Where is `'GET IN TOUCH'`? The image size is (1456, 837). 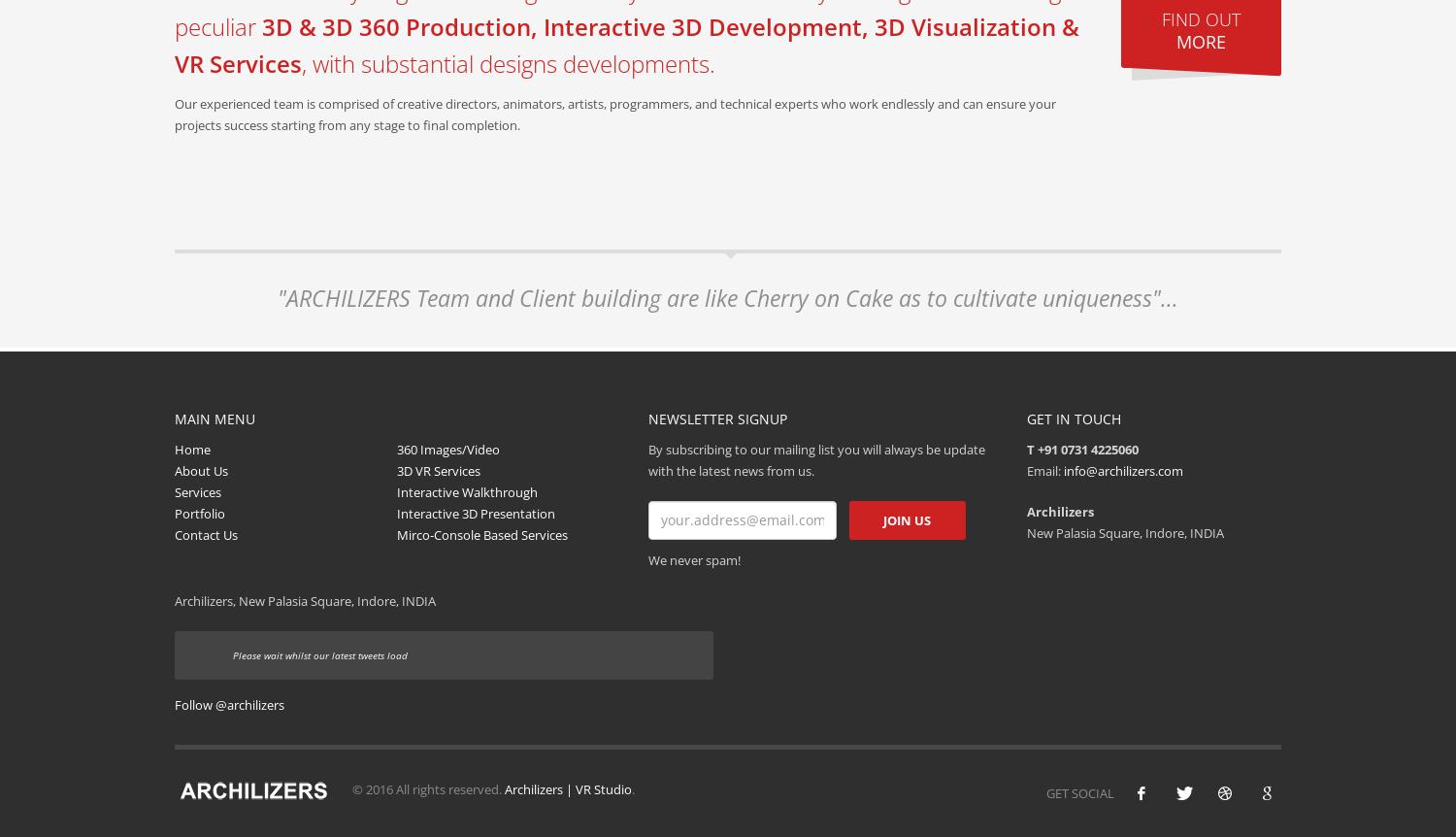 'GET IN TOUCH' is located at coordinates (1026, 418).